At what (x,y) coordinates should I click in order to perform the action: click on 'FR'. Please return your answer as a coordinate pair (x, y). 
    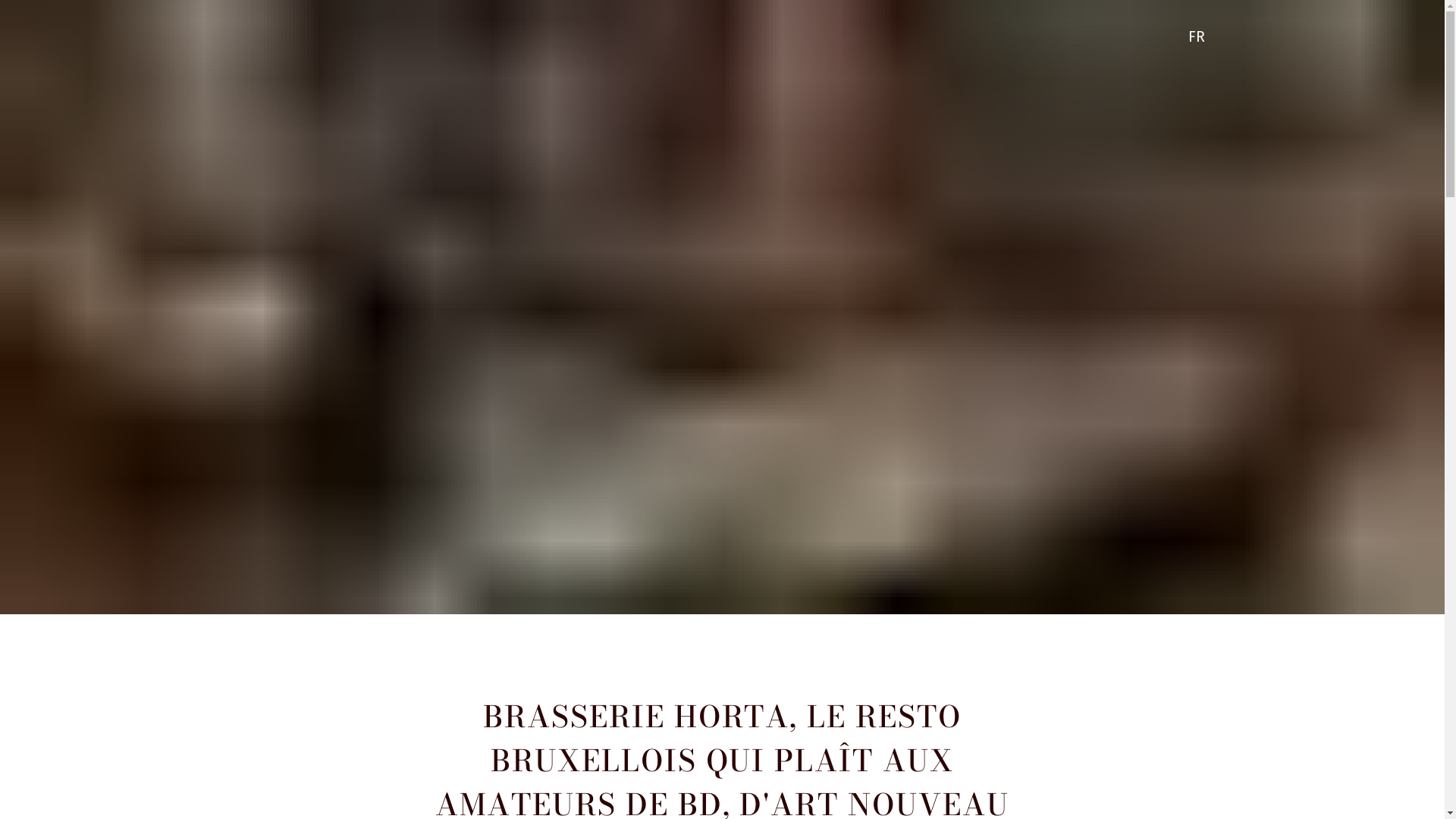
    Looking at the image, I should click on (1199, 36).